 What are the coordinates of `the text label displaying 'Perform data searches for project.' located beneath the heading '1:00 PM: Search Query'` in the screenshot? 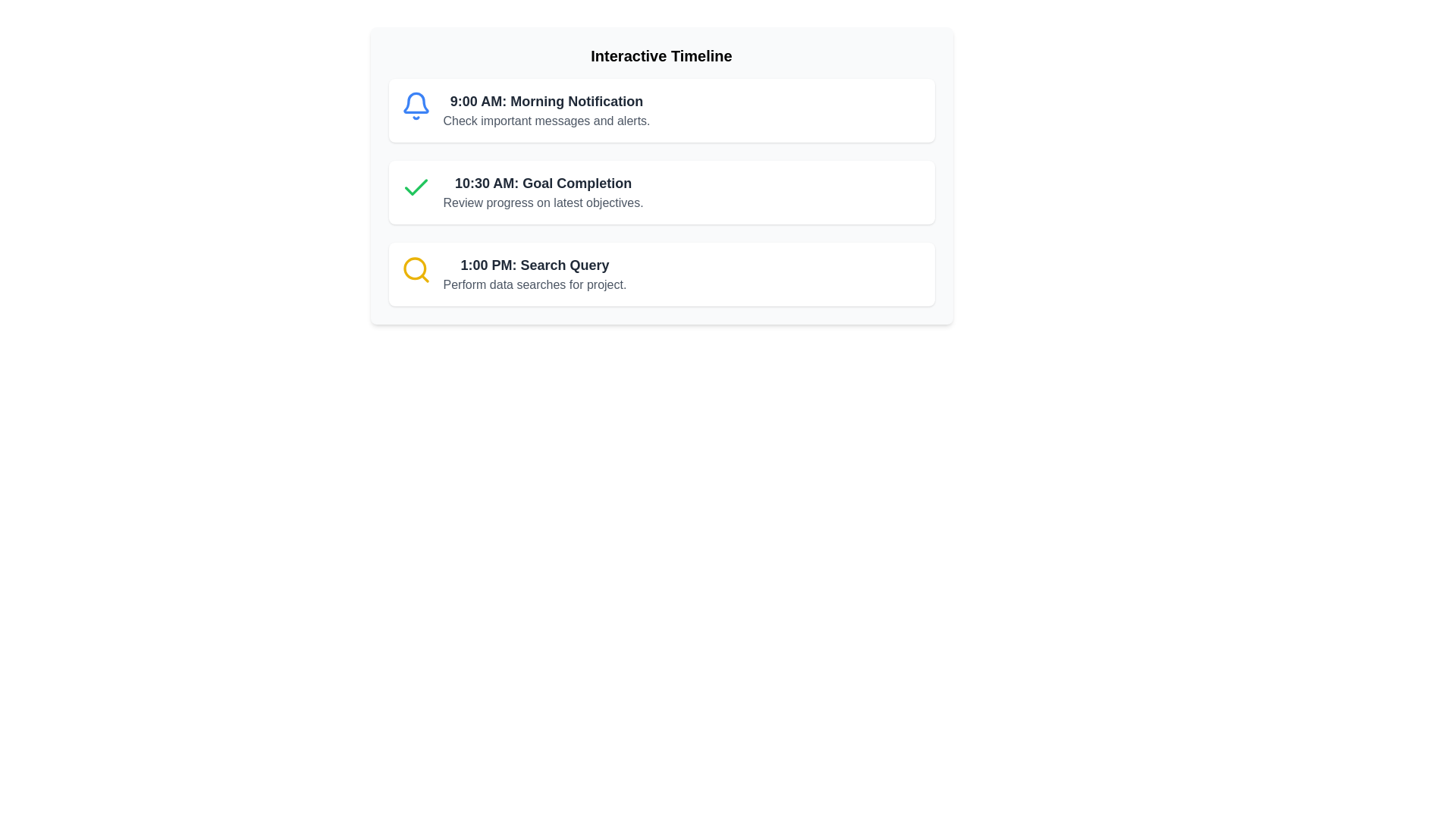 It's located at (535, 284).